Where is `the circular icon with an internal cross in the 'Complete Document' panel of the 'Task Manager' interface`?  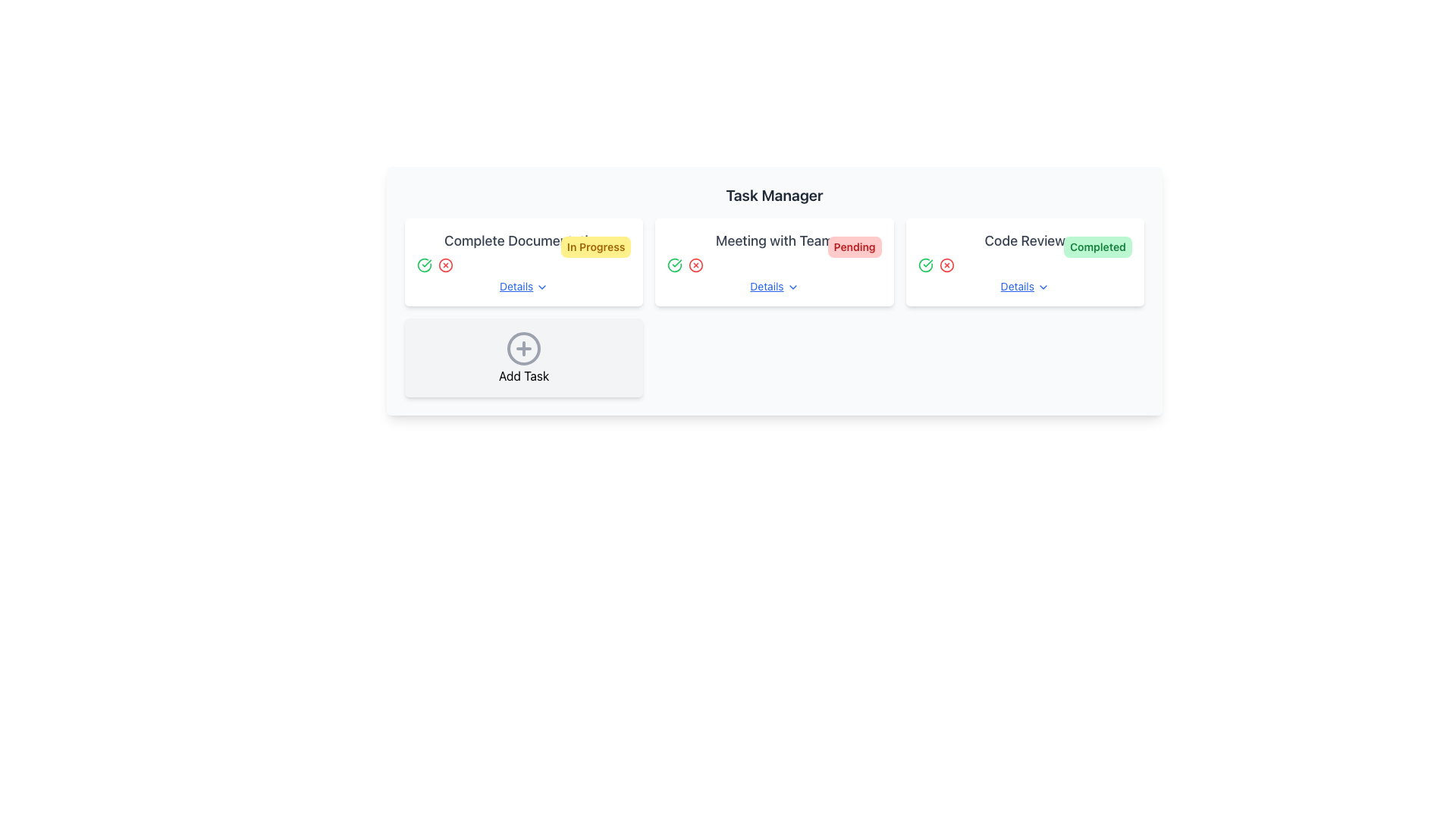
the circular icon with an internal cross in the 'Complete Document' panel of the 'Task Manager' interface is located at coordinates (445, 265).